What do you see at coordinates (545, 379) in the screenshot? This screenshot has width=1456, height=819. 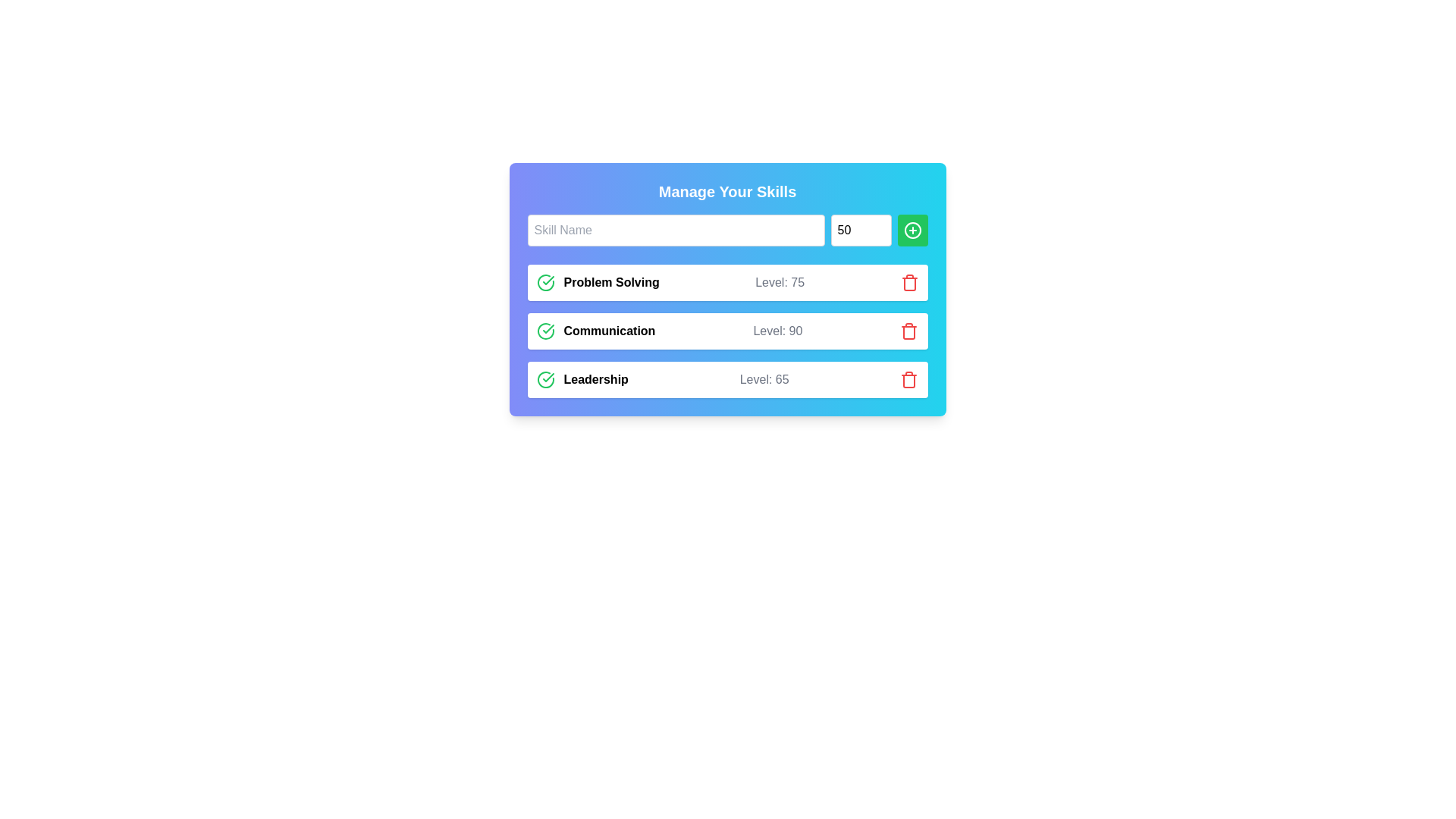 I see `the circular green check icon located to the left of the text 'Leadership', which has a bold green outline and a white background` at bounding box center [545, 379].